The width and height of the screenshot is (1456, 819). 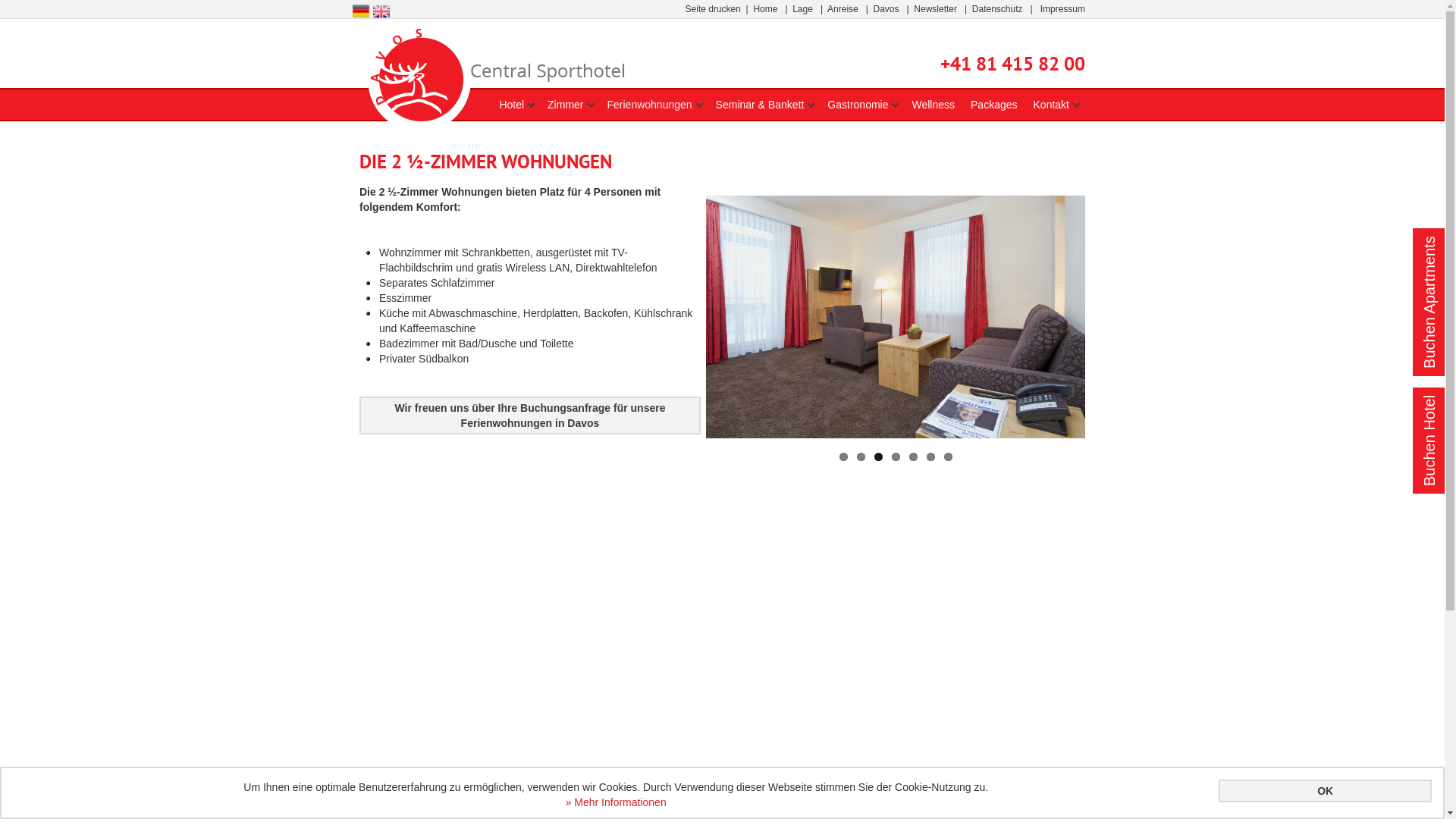 What do you see at coordinates (993, 104) in the screenshot?
I see `'Packages'` at bounding box center [993, 104].